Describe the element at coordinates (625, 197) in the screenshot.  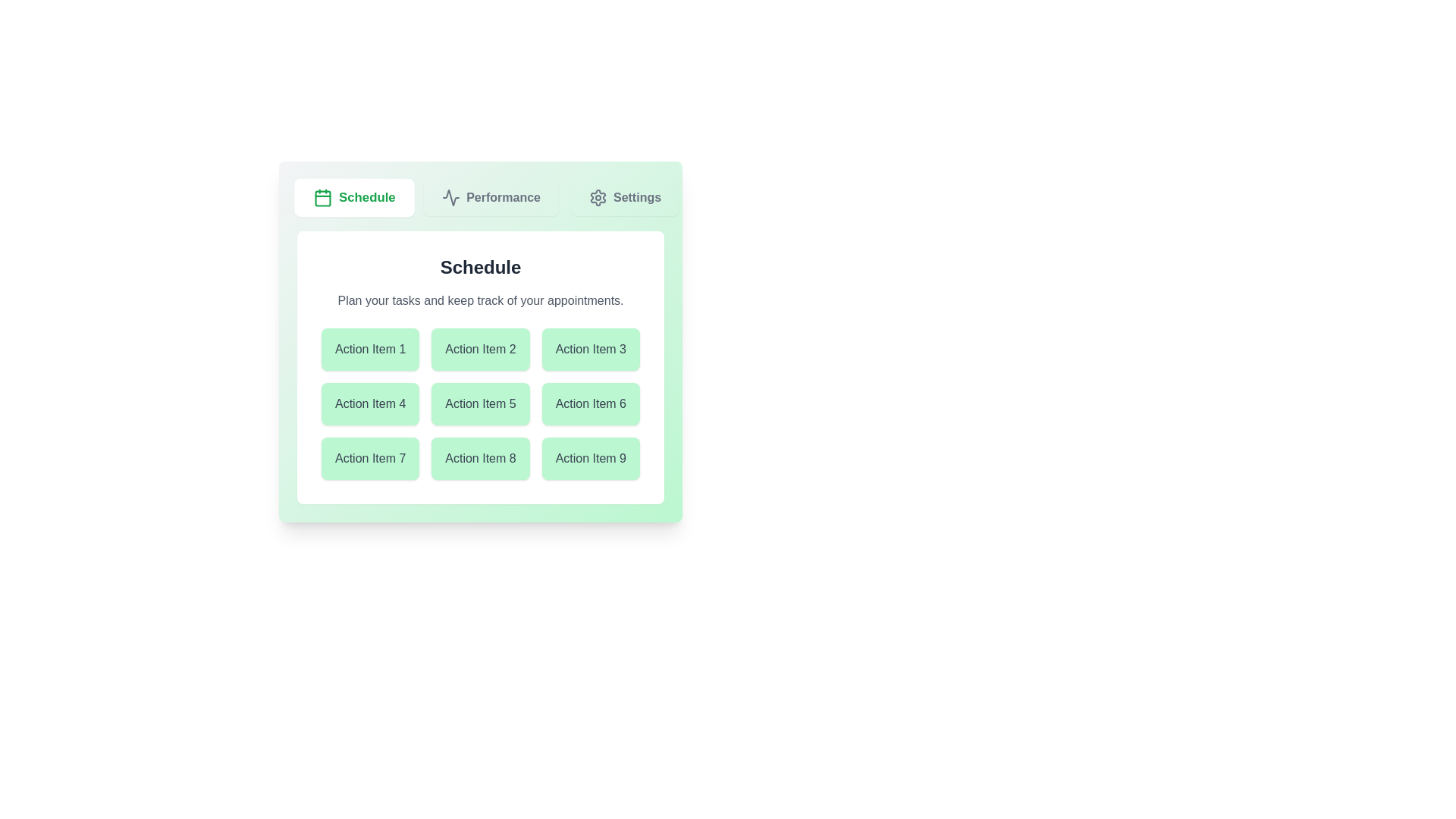
I see `the Settings tab` at that location.